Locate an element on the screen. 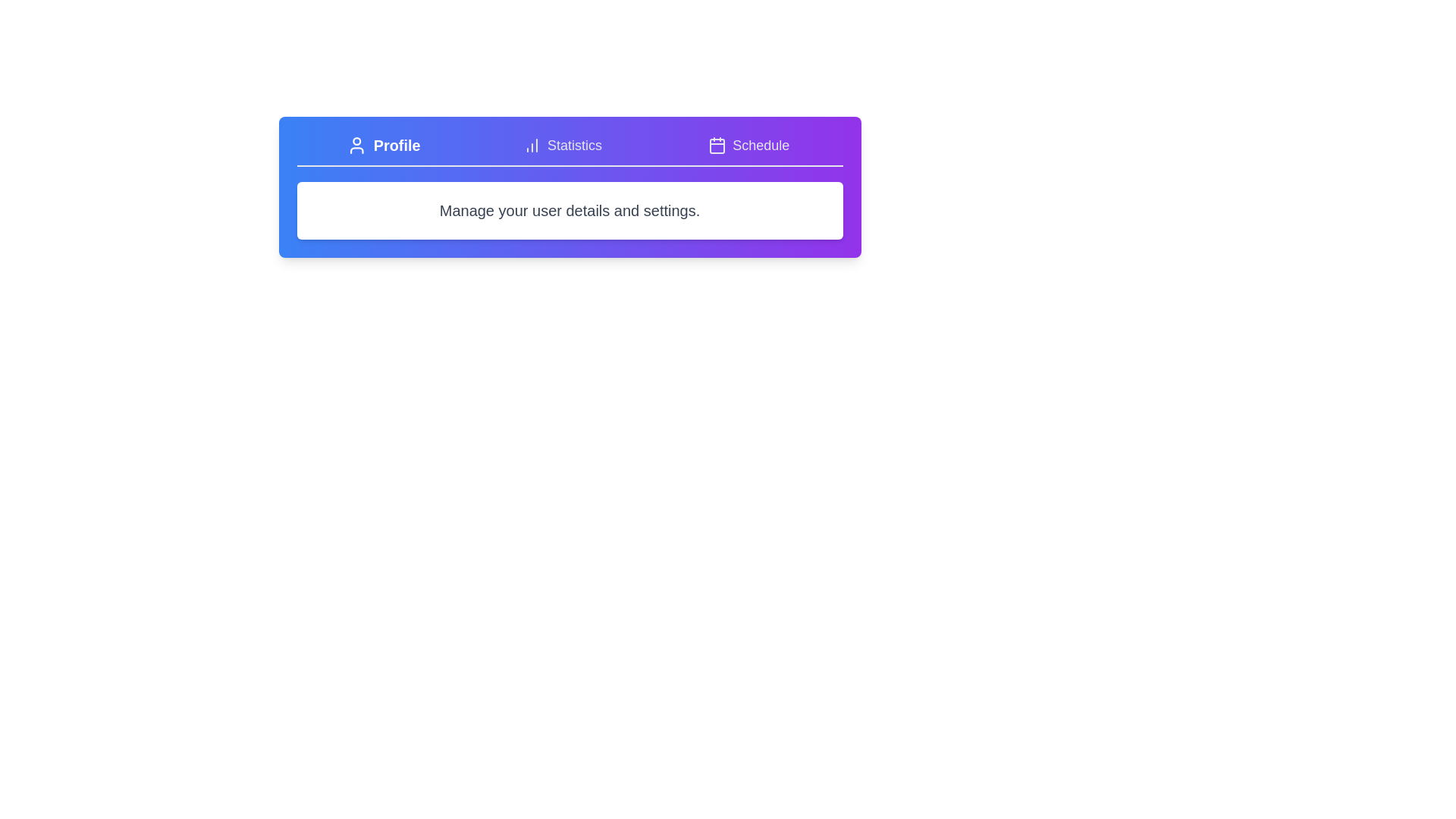  the Profile tab is located at coordinates (382, 146).